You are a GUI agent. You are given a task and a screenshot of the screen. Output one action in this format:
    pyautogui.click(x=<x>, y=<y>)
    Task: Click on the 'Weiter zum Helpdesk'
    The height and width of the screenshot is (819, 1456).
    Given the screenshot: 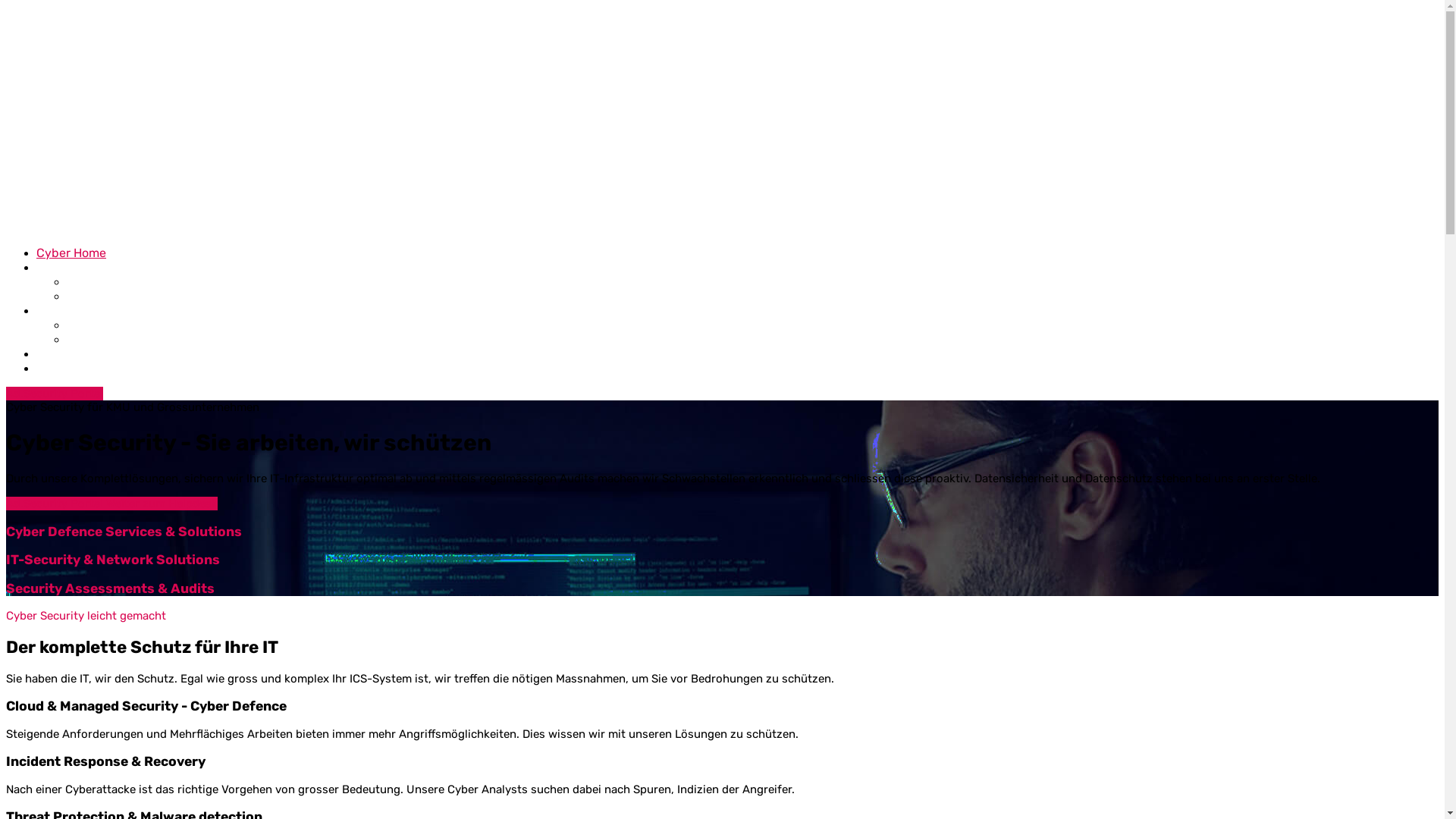 What is the action you would take?
    pyautogui.click(x=162, y=503)
    